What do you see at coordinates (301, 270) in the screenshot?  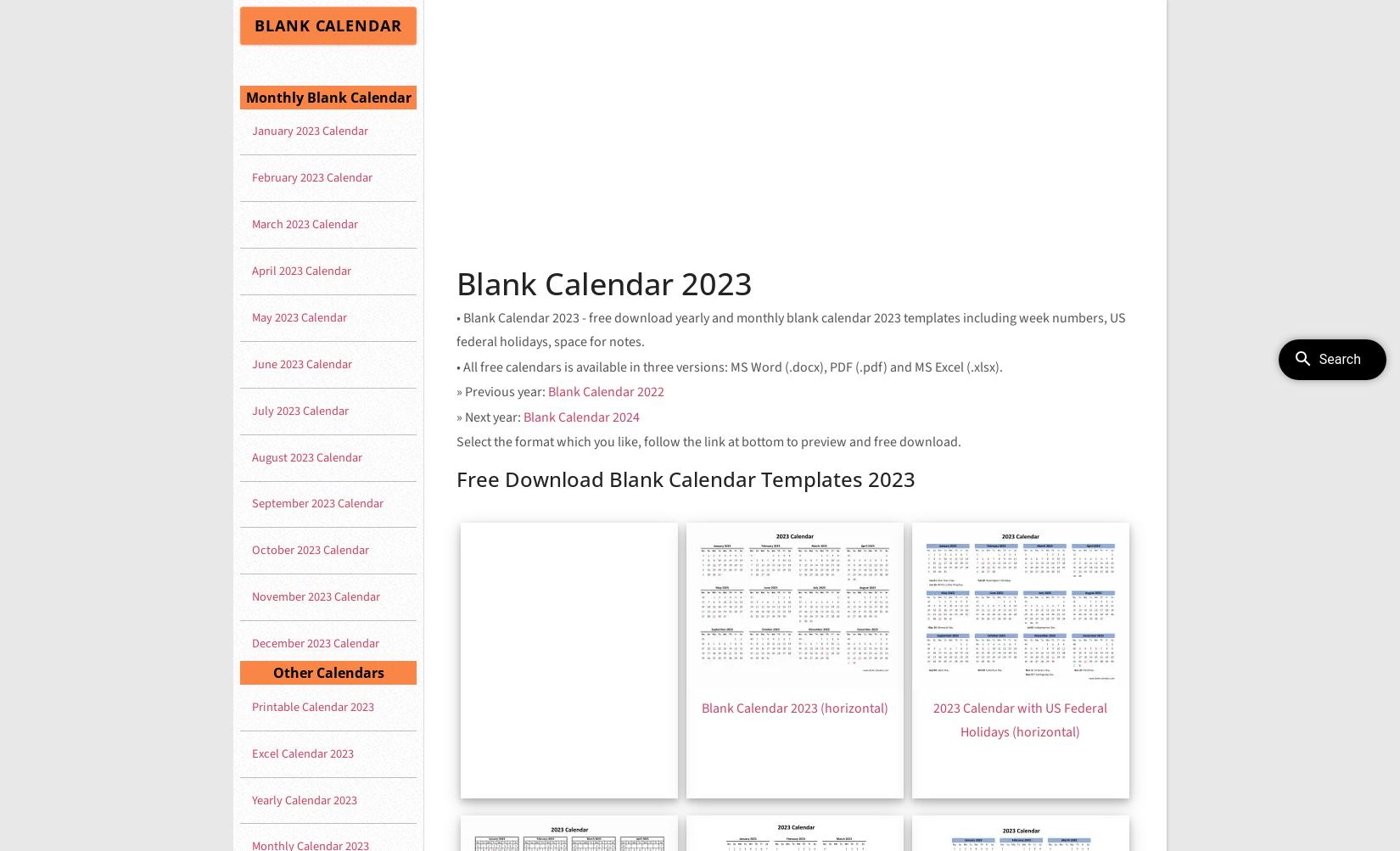 I see `'April 2023 Calendar'` at bounding box center [301, 270].